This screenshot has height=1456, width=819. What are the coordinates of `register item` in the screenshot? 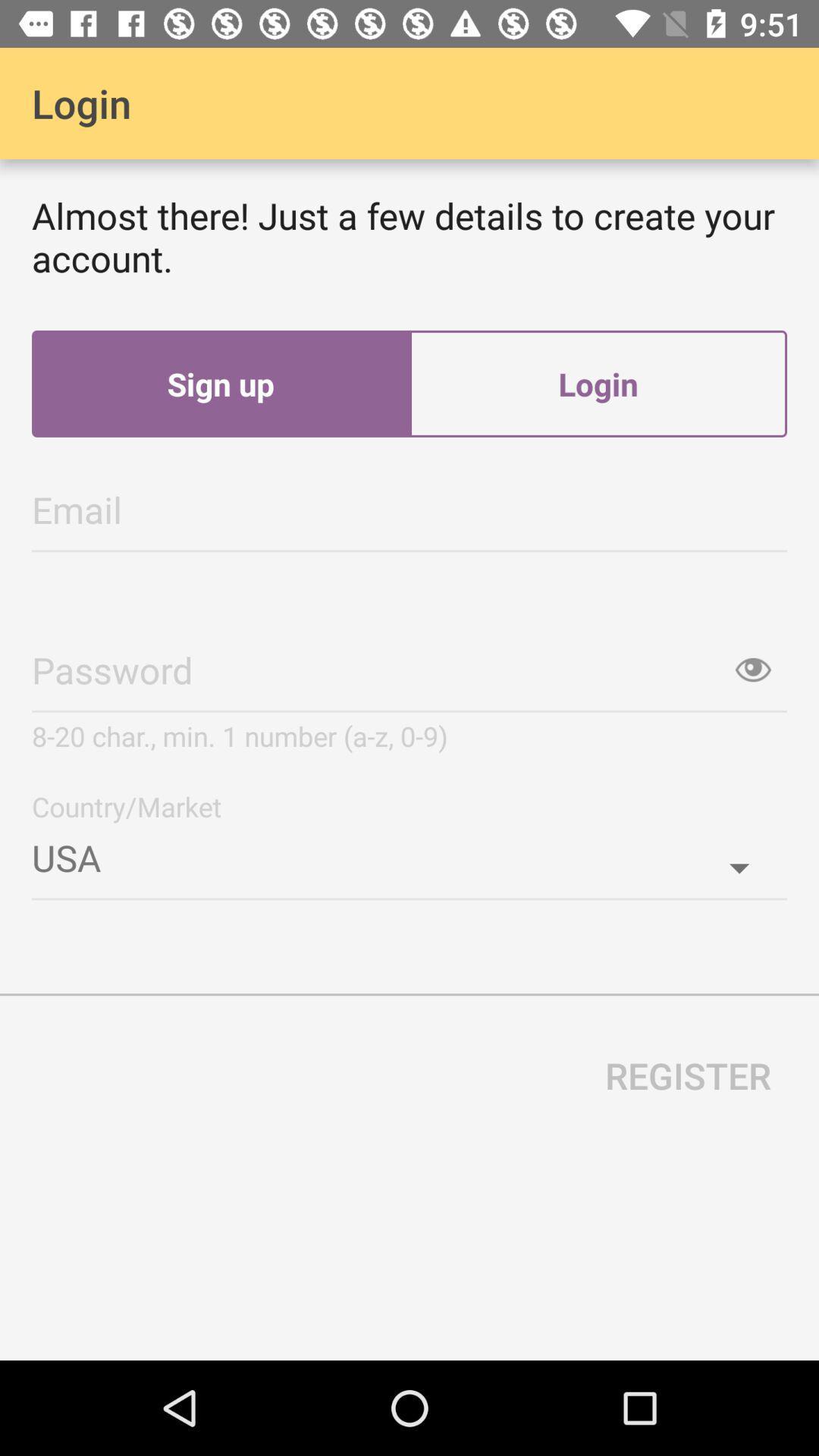 It's located at (688, 1075).